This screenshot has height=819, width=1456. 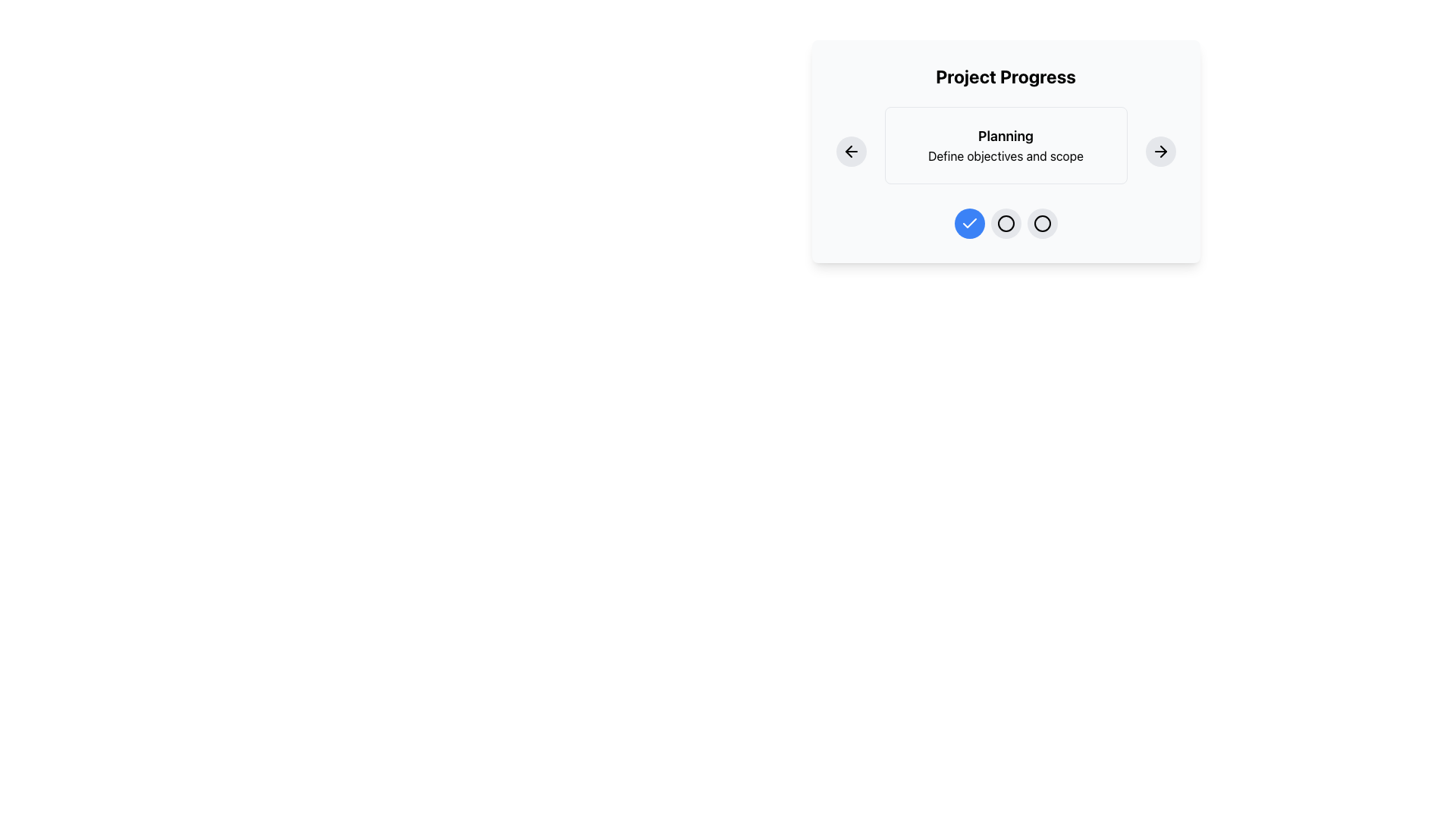 I want to click on the third circular icon button with a thin black stroke and transparent fill located within a rounded light gray button at the bottom center of the 'Project Progress' card-like panel to interact, so click(x=1041, y=223).